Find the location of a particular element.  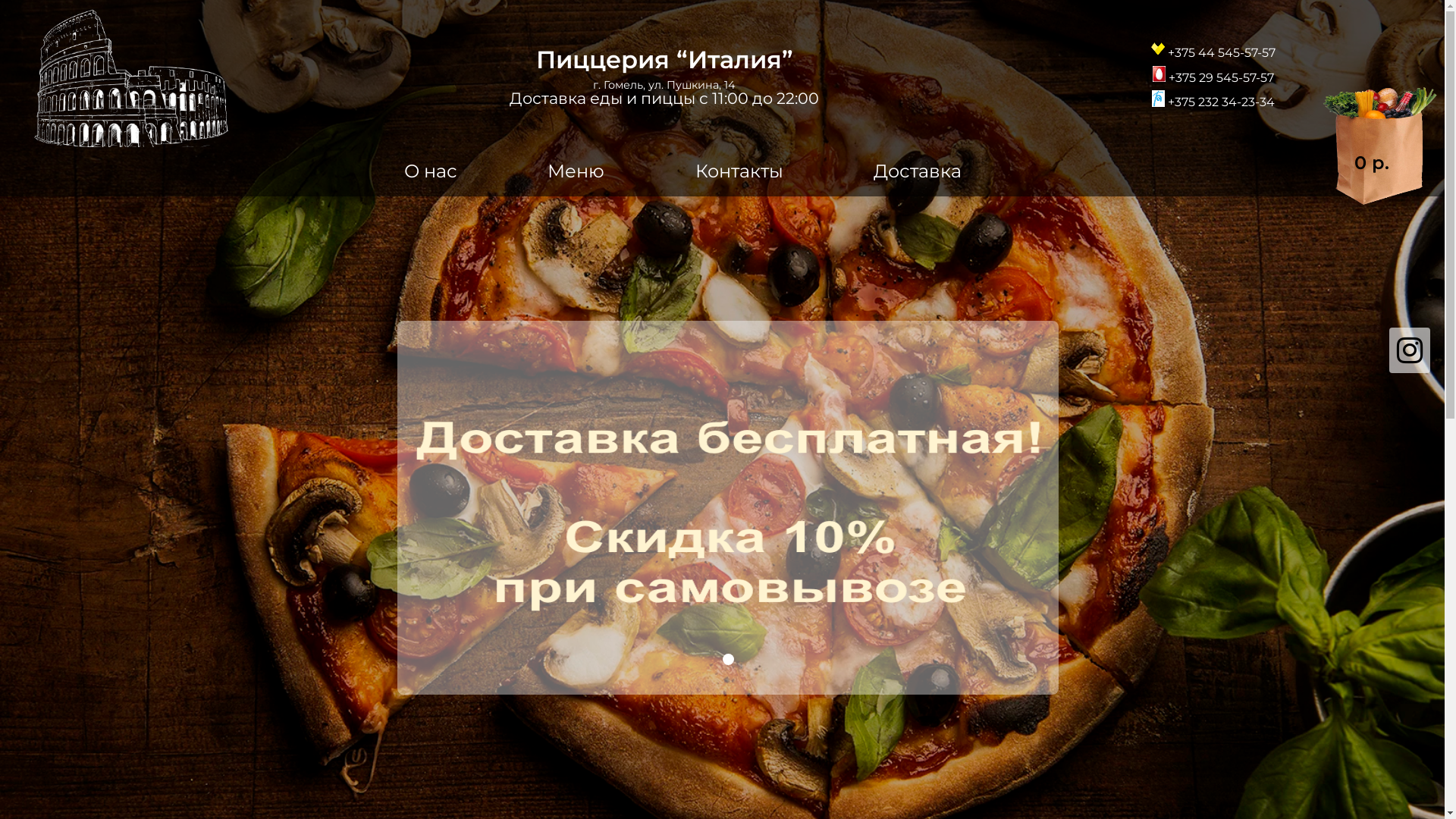

'+375 29 545-57-57' is located at coordinates (1212, 74).